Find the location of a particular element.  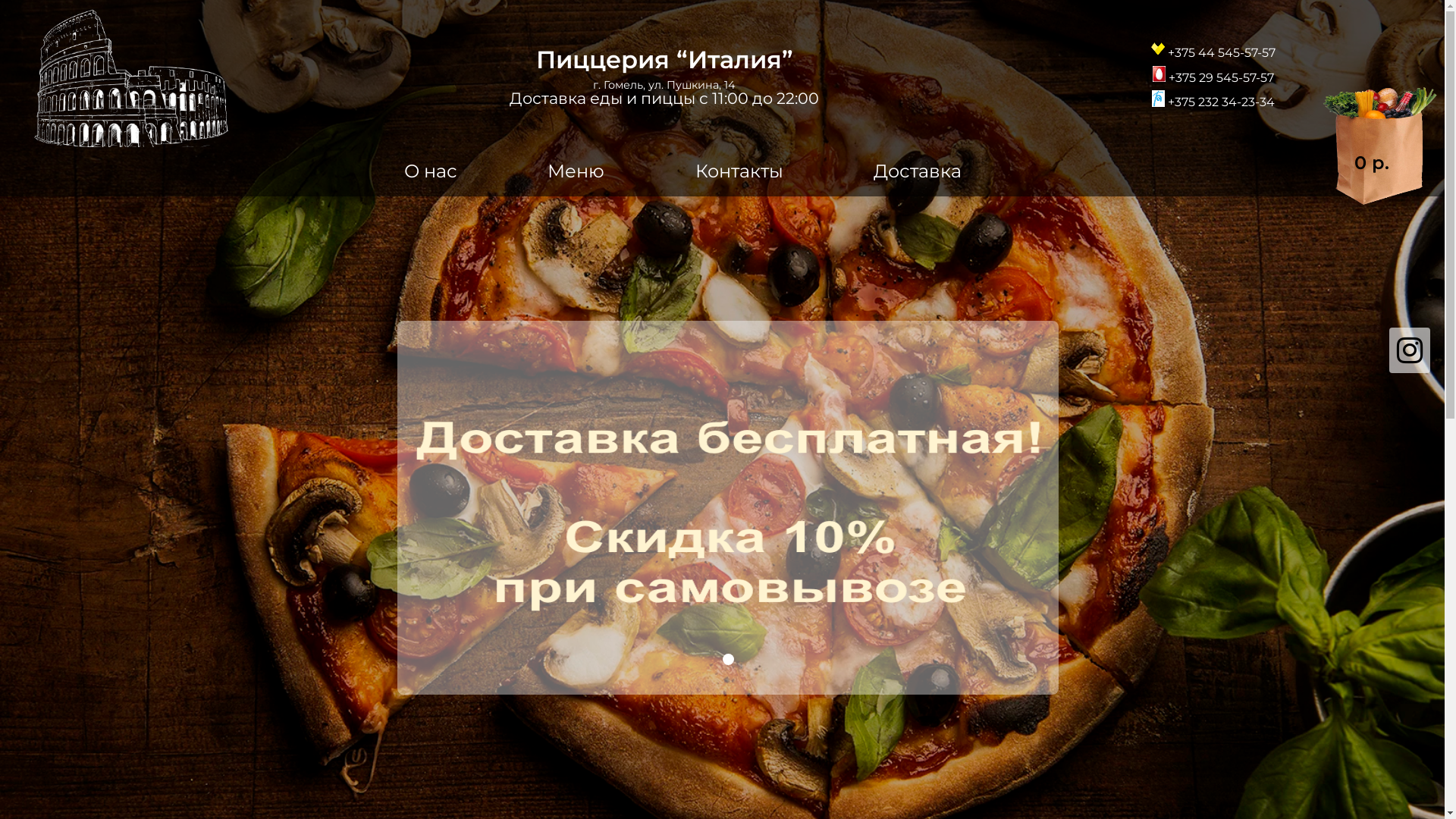

'+375 29 545-57-57' is located at coordinates (1212, 74).